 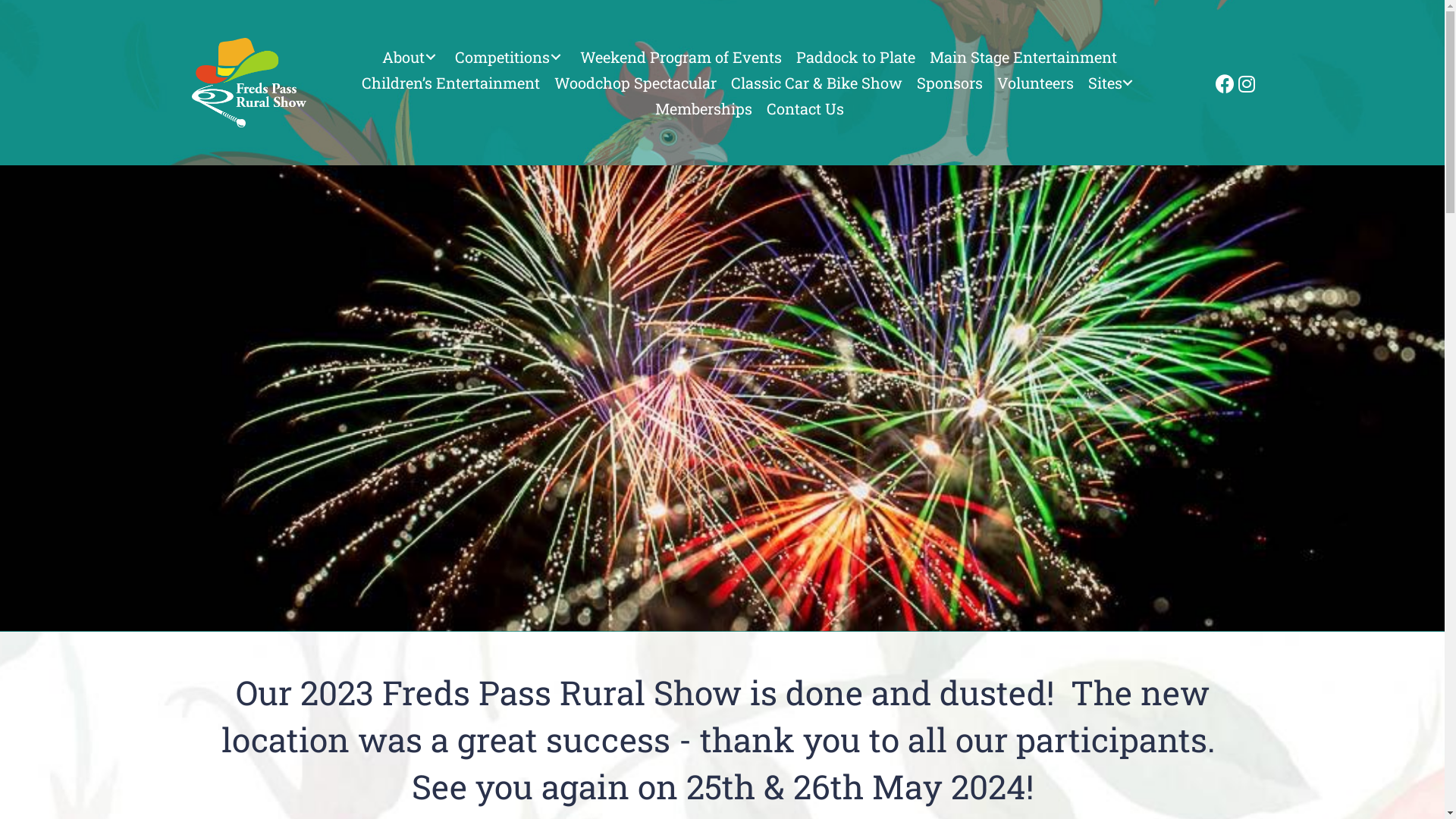 What do you see at coordinates (1113, 82) in the screenshot?
I see `'Sites'` at bounding box center [1113, 82].